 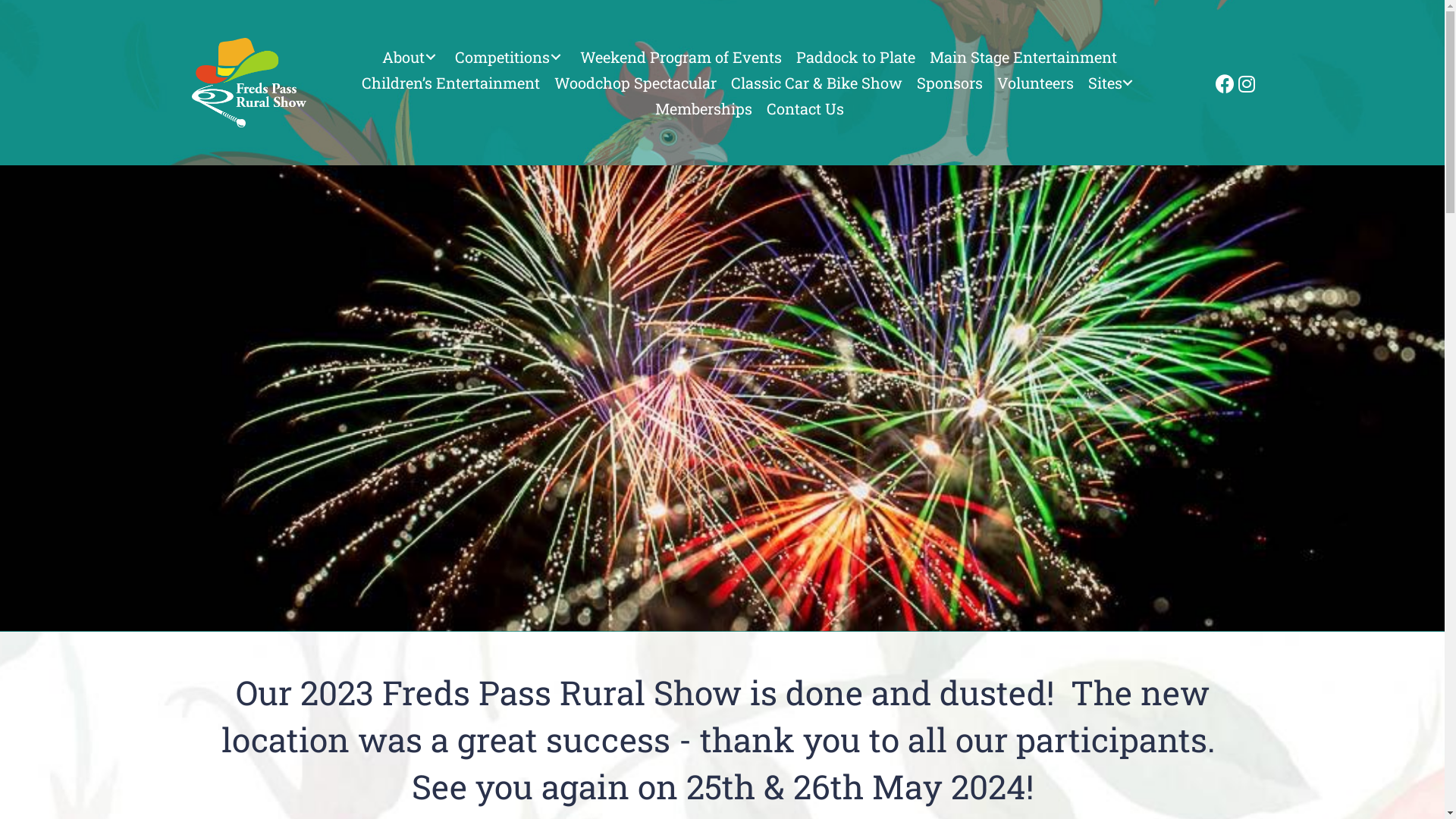 What do you see at coordinates (1113, 82) in the screenshot?
I see `'Sites'` at bounding box center [1113, 82].